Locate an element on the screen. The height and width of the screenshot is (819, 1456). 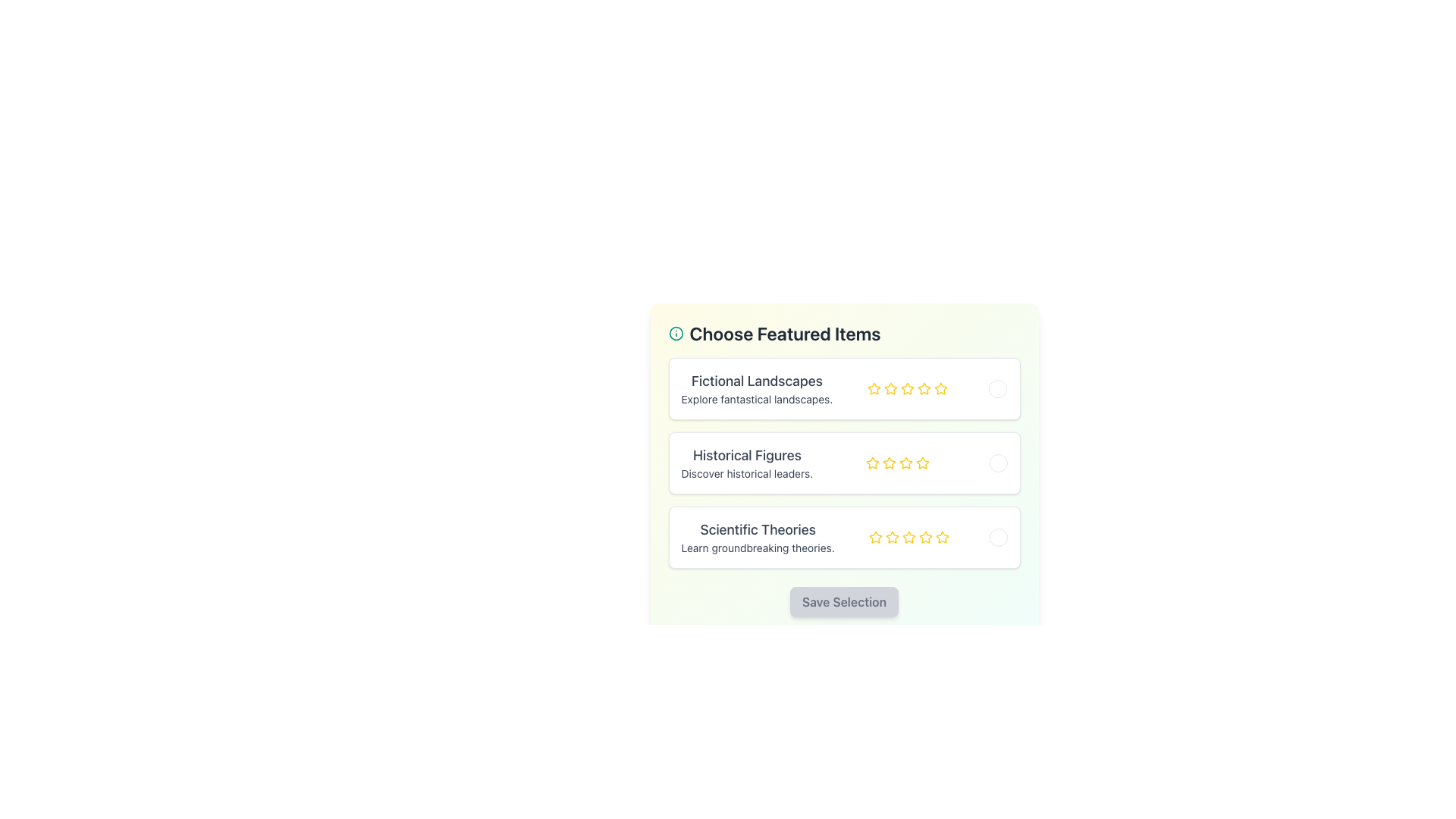
the text label that reads 'Discover historical leaders.' located in the second list item below the title 'Historical Figures.' is located at coordinates (747, 472).